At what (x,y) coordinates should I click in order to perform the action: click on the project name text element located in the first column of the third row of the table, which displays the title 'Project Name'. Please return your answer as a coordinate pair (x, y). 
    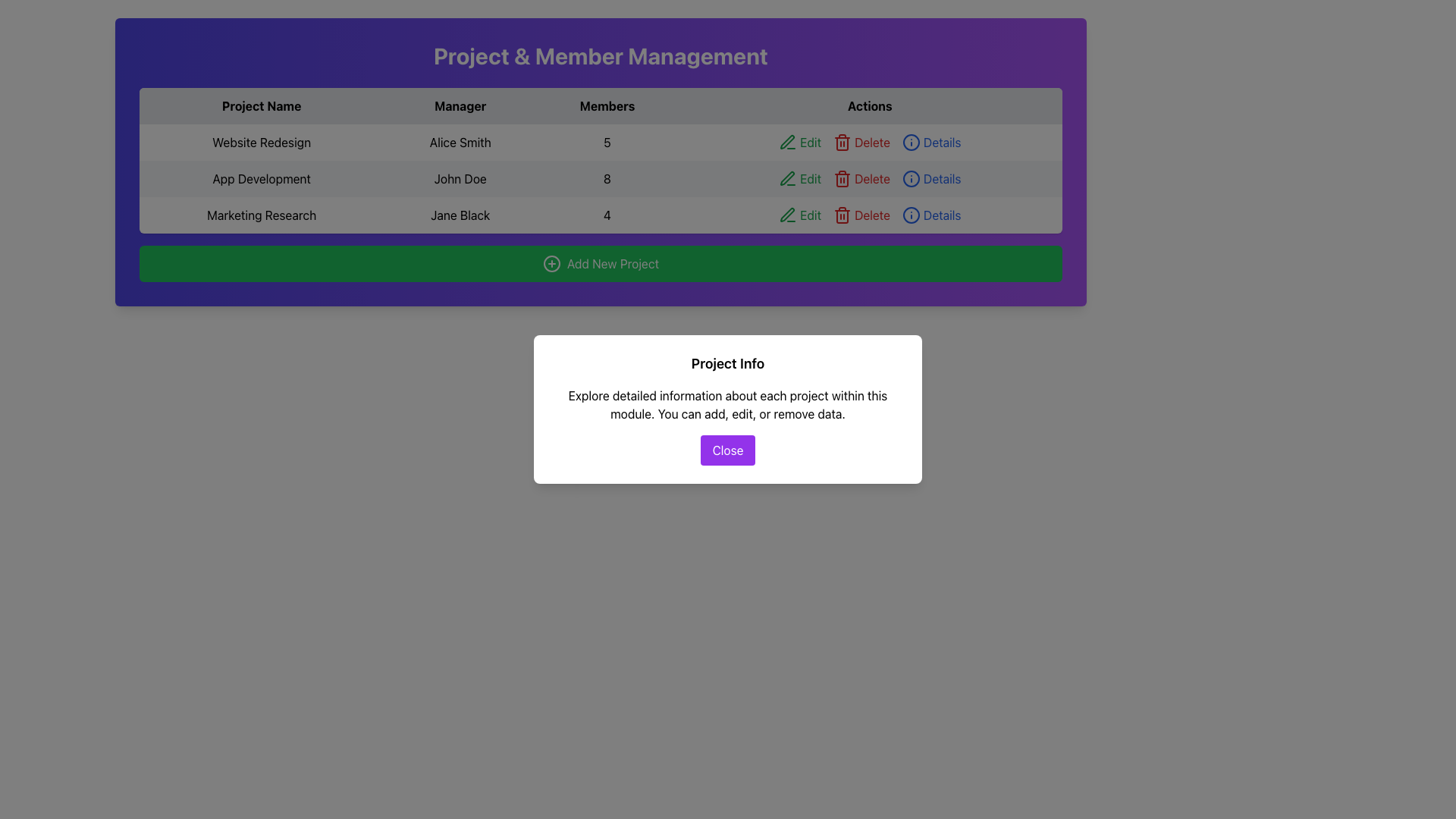
    Looking at the image, I should click on (262, 215).